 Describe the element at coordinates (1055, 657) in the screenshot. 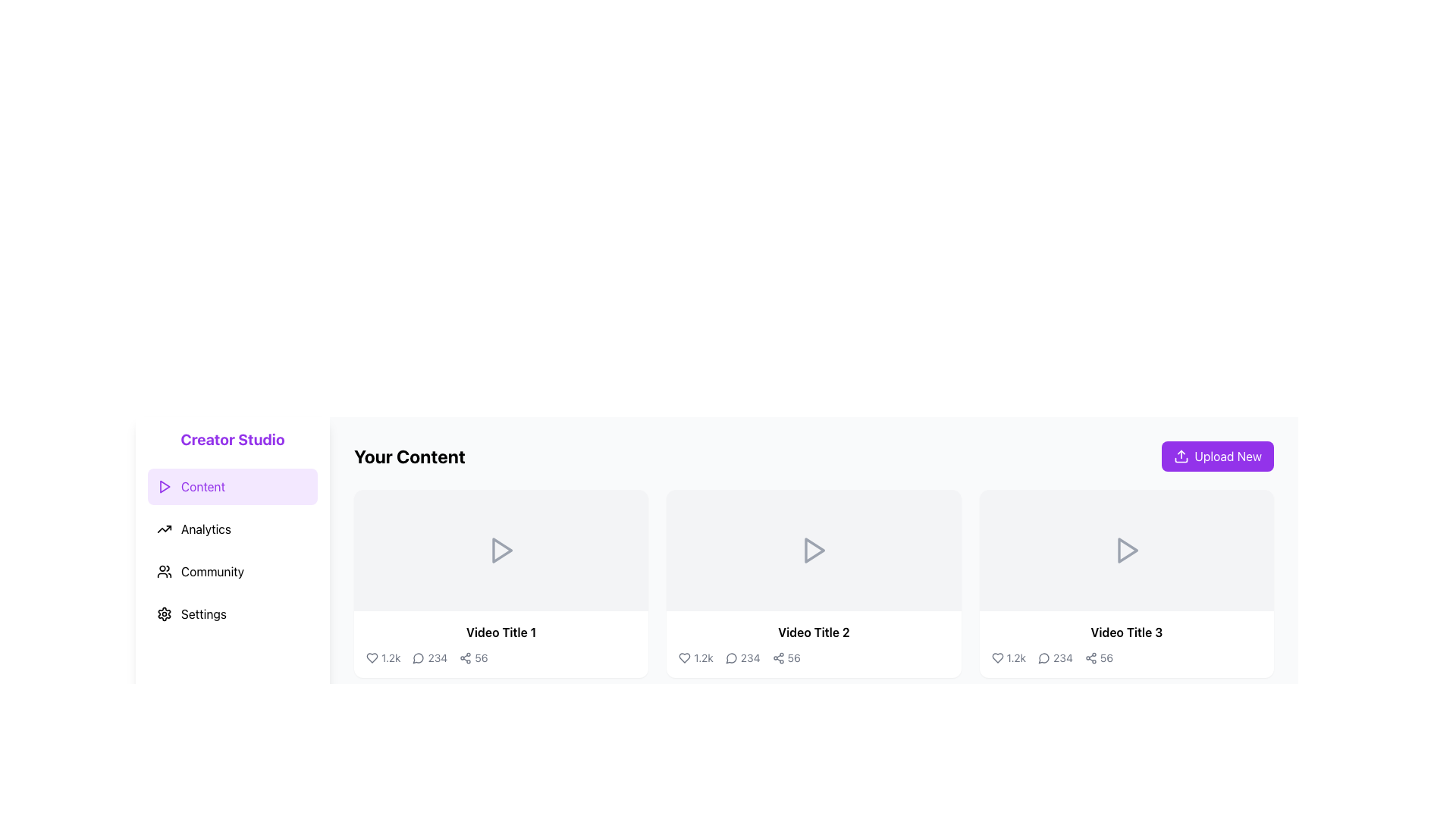

I see `the comment count display element located beneath 'Video Title 3', which shows the number of comments associated with the video` at that location.